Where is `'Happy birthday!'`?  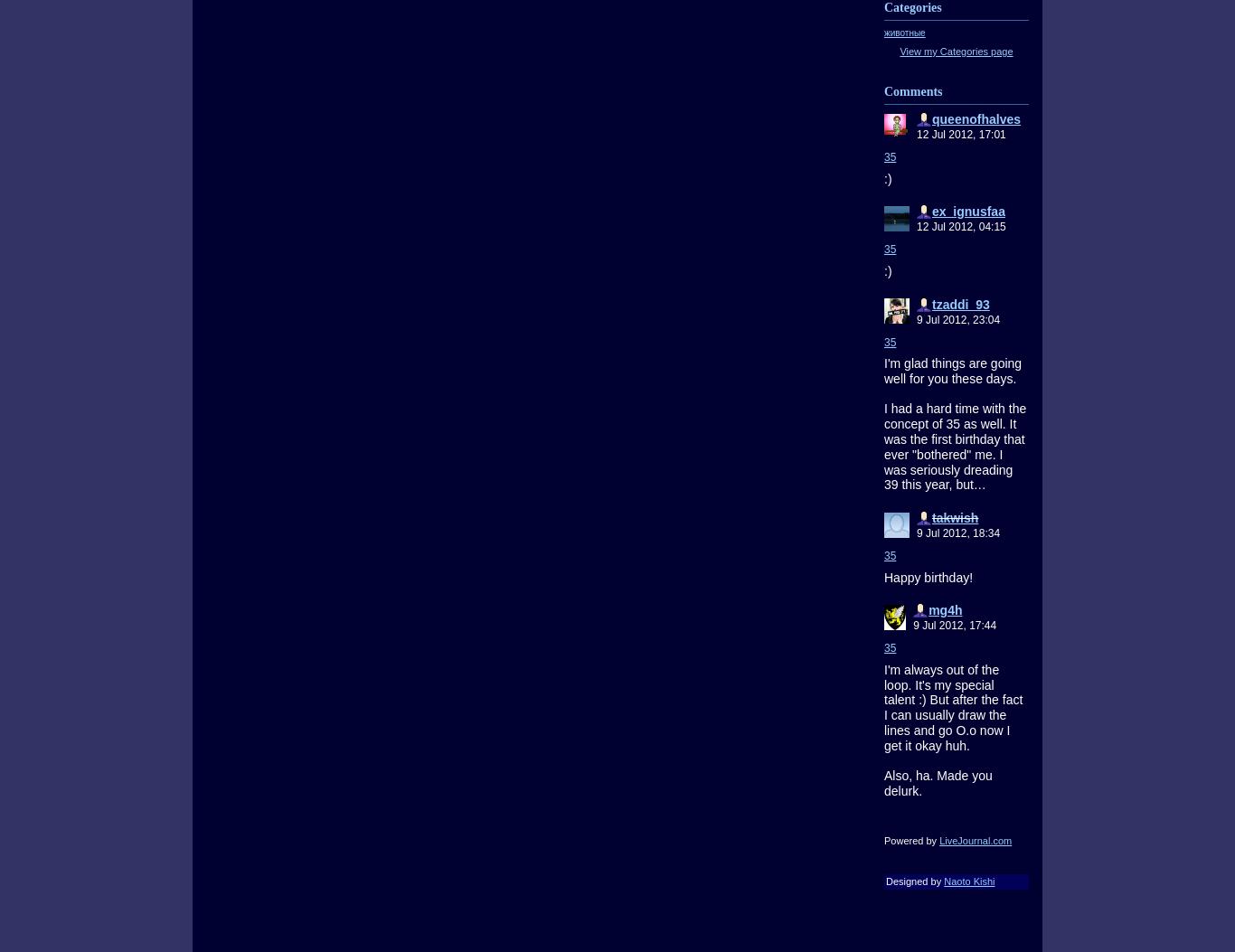 'Happy birthday!' is located at coordinates (927, 576).